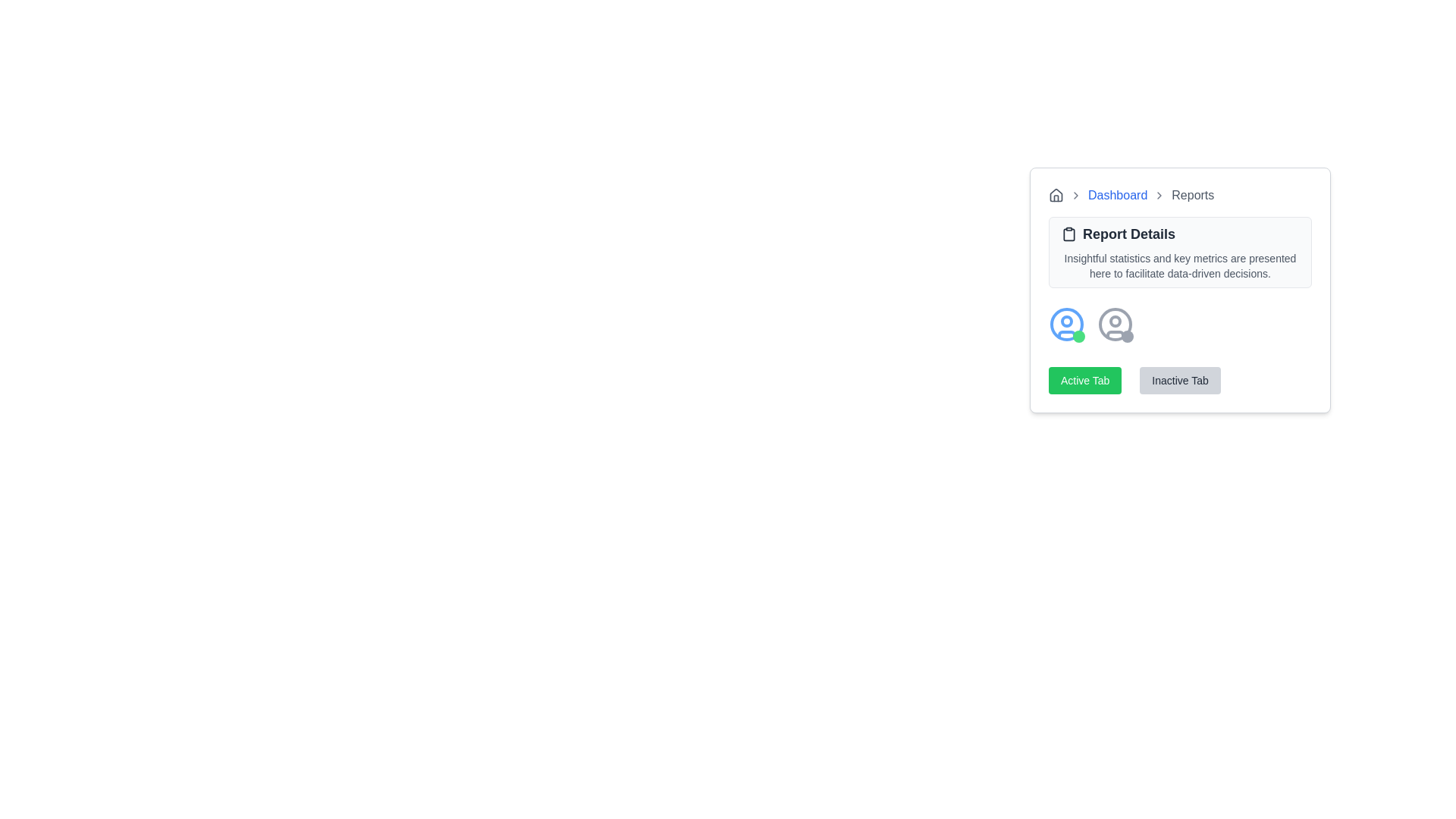 The width and height of the screenshot is (1456, 819). Describe the element at coordinates (1117, 195) in the screenshot. I see `the second visible interactive hyperlink in the breadcrumb navigation structure` at that location.